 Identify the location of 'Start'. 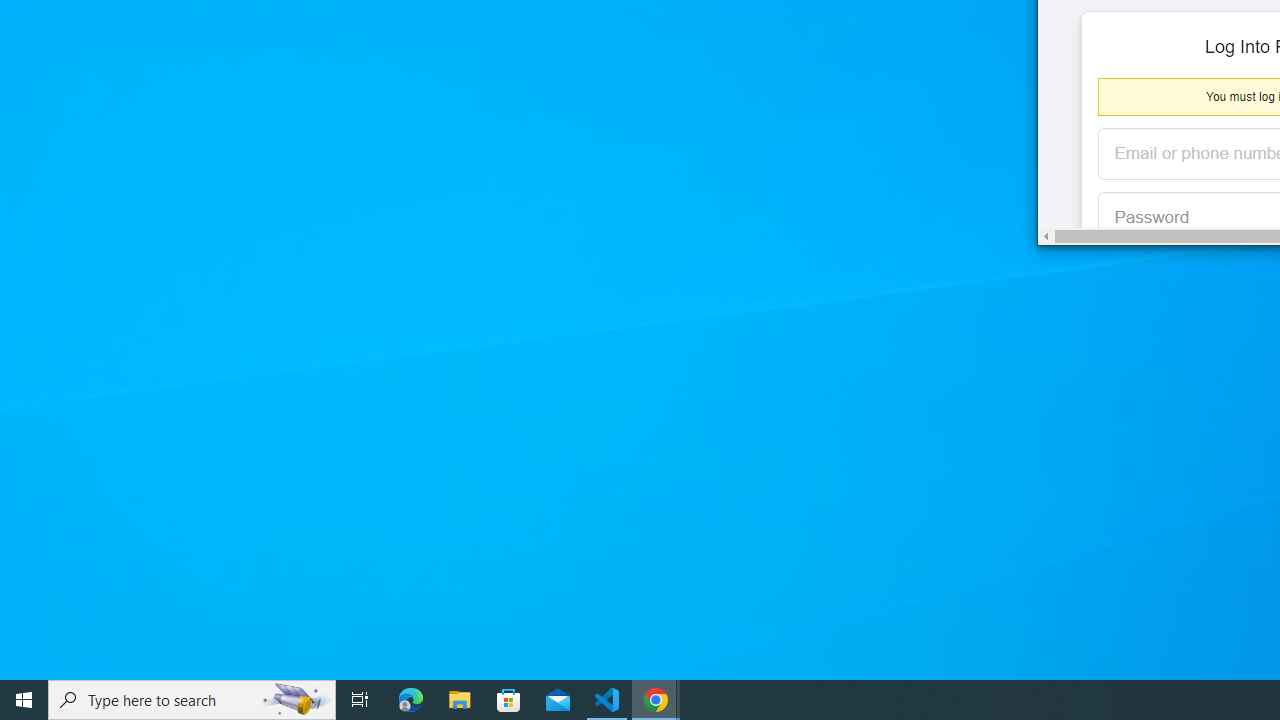
(24, 698).